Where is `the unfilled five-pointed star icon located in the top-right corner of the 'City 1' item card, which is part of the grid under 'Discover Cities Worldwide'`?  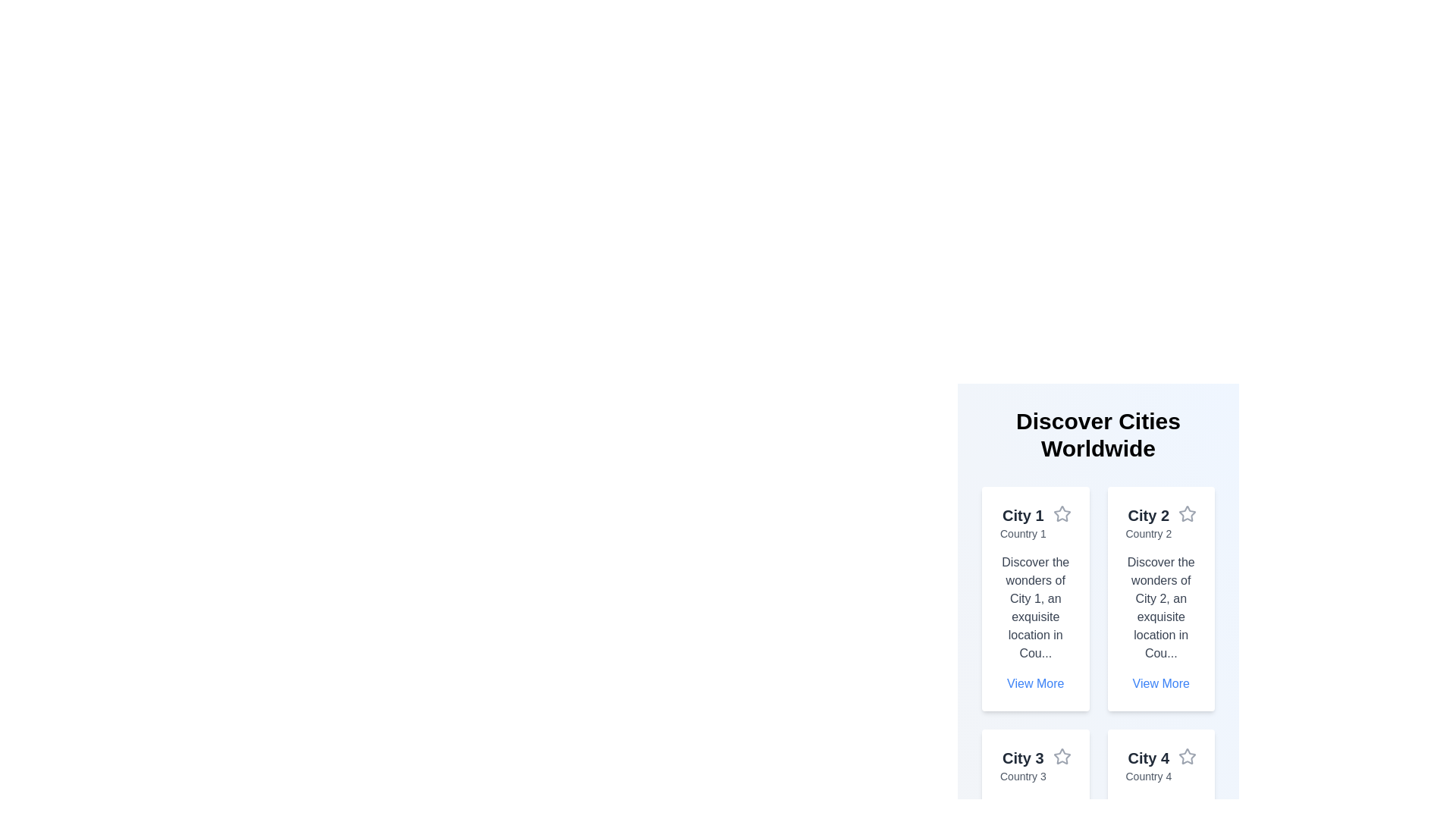 the unfilled five-pointed star icon located in the top-right corner of the 'City 1' item card, which is part of the grid under 'Discover Cities Worldwide' is located at coordinates (1061, 513).